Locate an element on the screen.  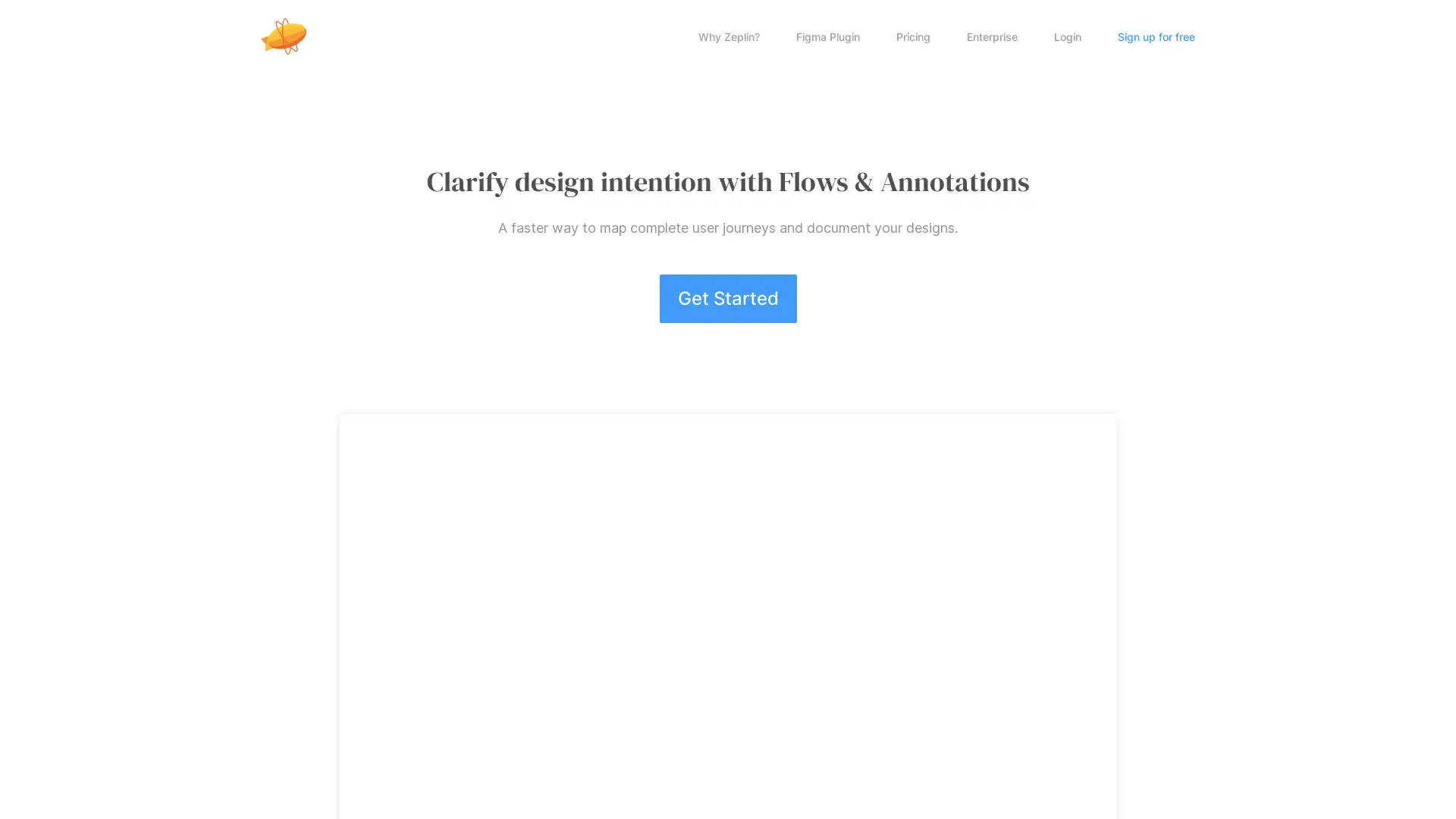
Open Intercom Messenger is located at coordinates (1417, 780).